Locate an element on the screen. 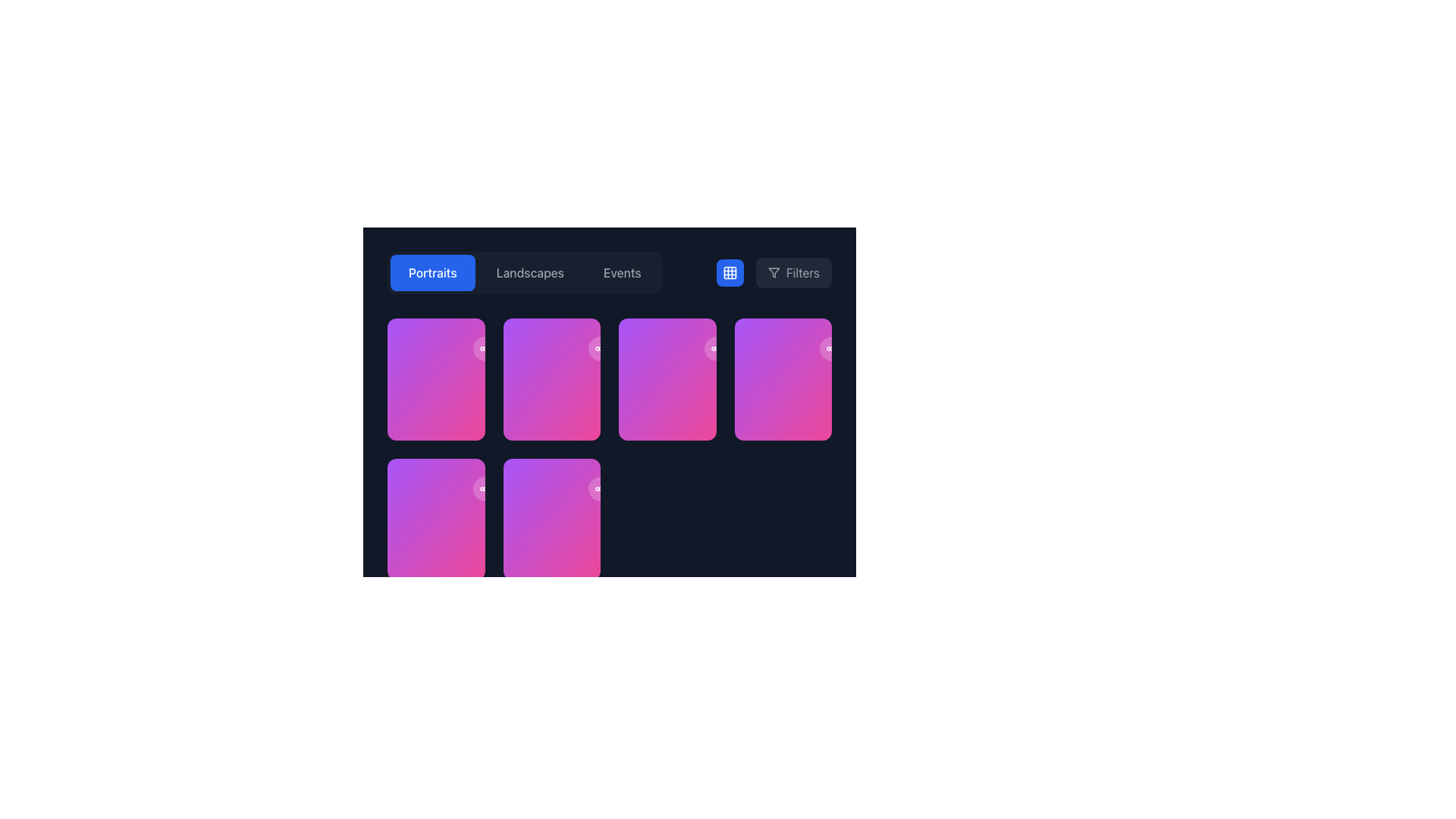  the sharing button in the top-right corner of the card with a translucent circular background is located at coordinates (843, 345).